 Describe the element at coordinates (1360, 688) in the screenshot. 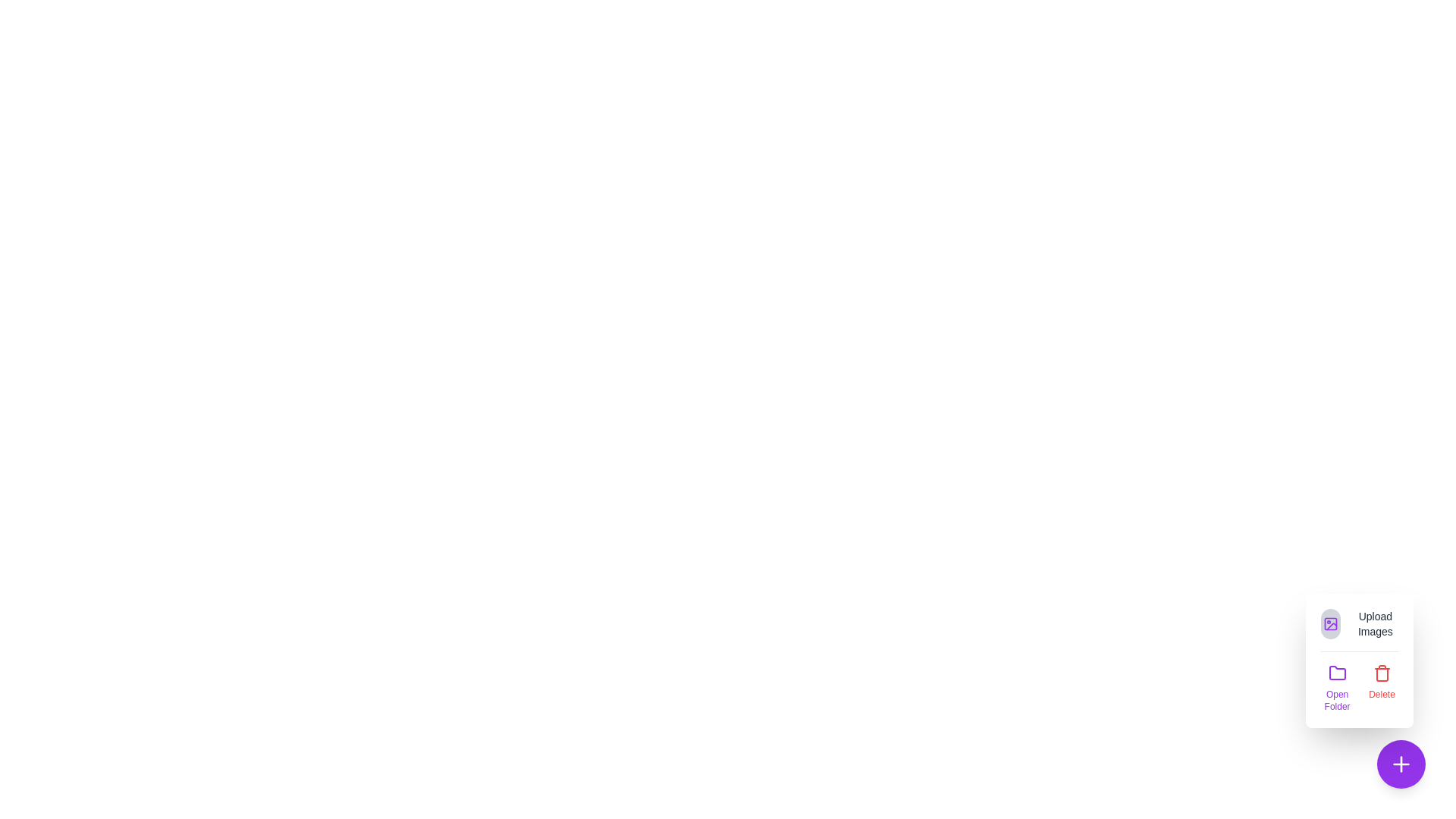

I see `the 'Open Folder' button located in the lower-right part of the interface within the grouped button grid` at that location.